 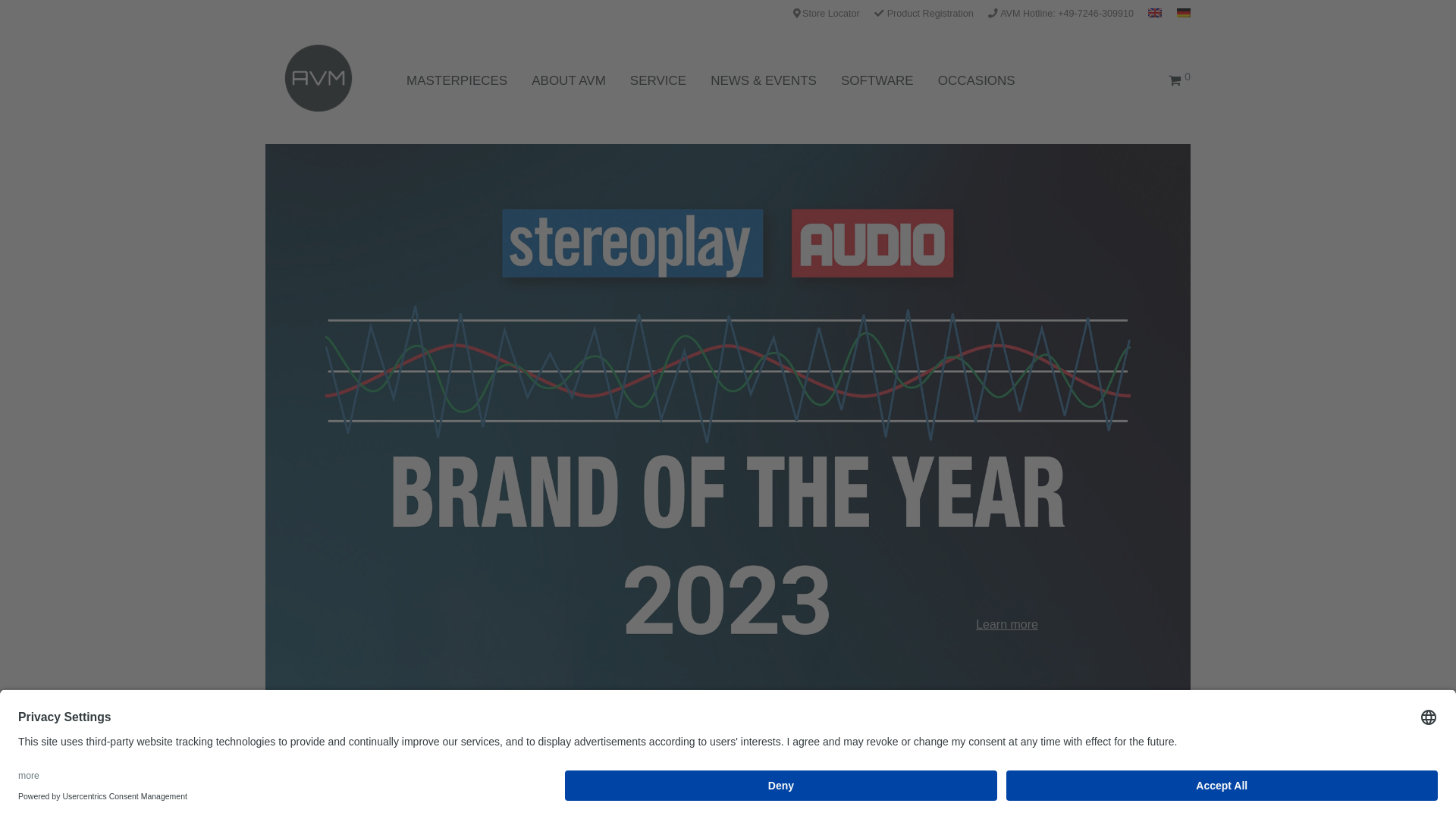 What do you see at coordinates (825, 14) in the screenshot?
I see `'Store Locator'` at bounding box center [825, 14].